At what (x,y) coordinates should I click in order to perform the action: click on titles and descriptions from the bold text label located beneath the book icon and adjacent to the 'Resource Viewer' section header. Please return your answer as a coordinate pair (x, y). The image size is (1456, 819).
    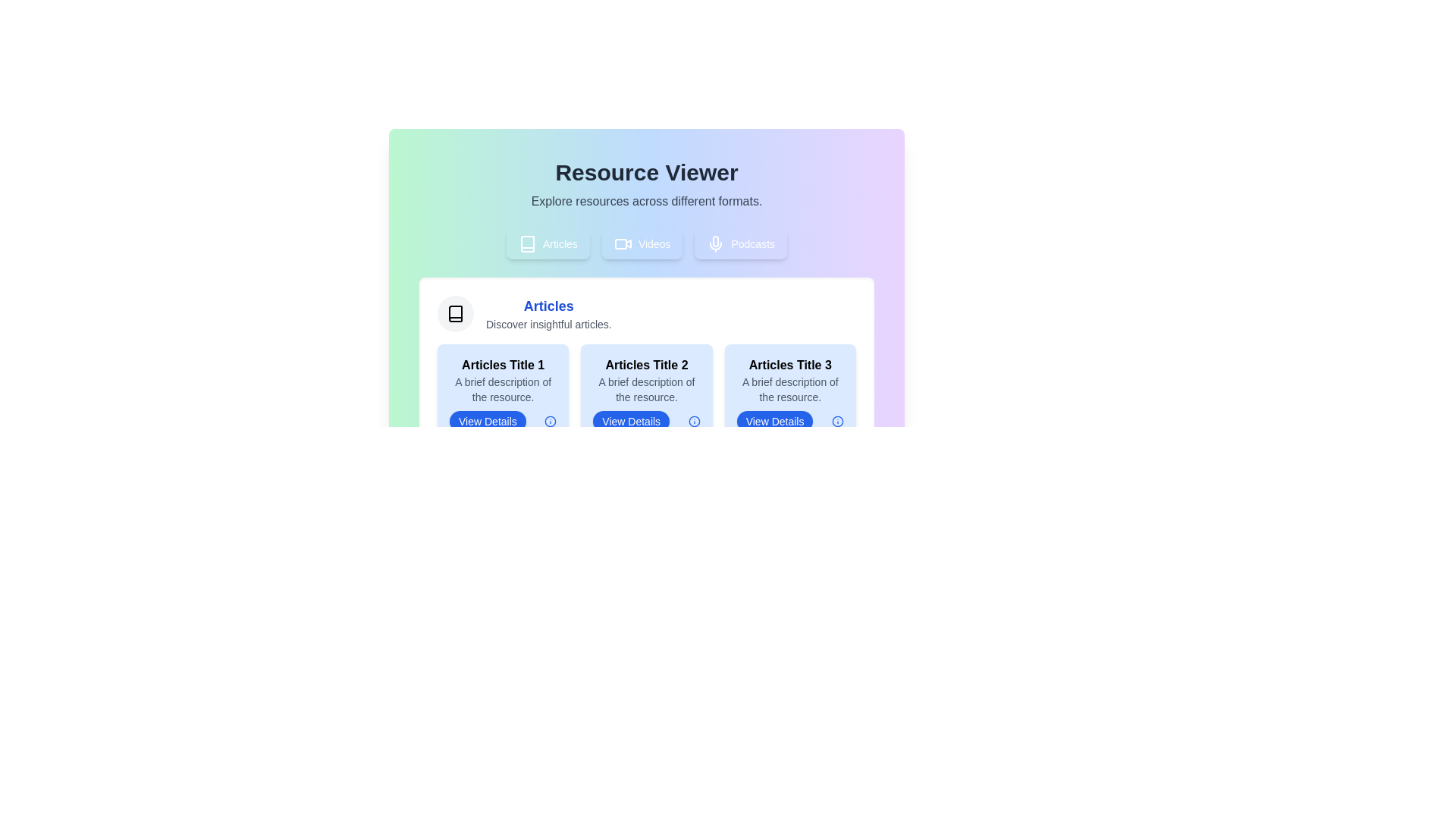
    Looking at the image, I should click on (548, 312).